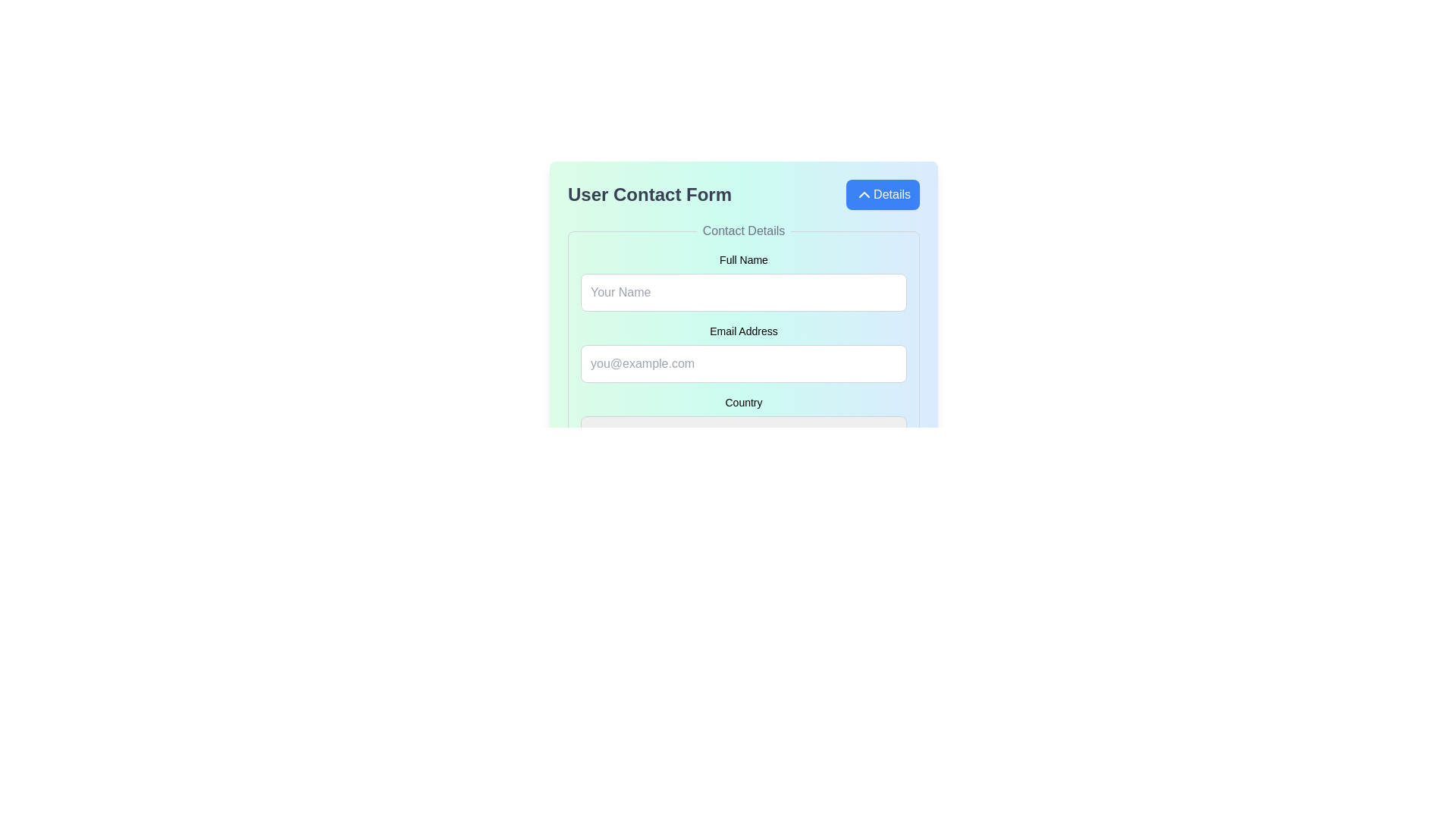 This screenshot has width=1456, height=819. What do you see at coordinates (743, 402) in the screenshot?
I see `the label indicating the dropdown for selecting a country, which is positioned just above the dropdown menu` at bounding box center [743, 402].